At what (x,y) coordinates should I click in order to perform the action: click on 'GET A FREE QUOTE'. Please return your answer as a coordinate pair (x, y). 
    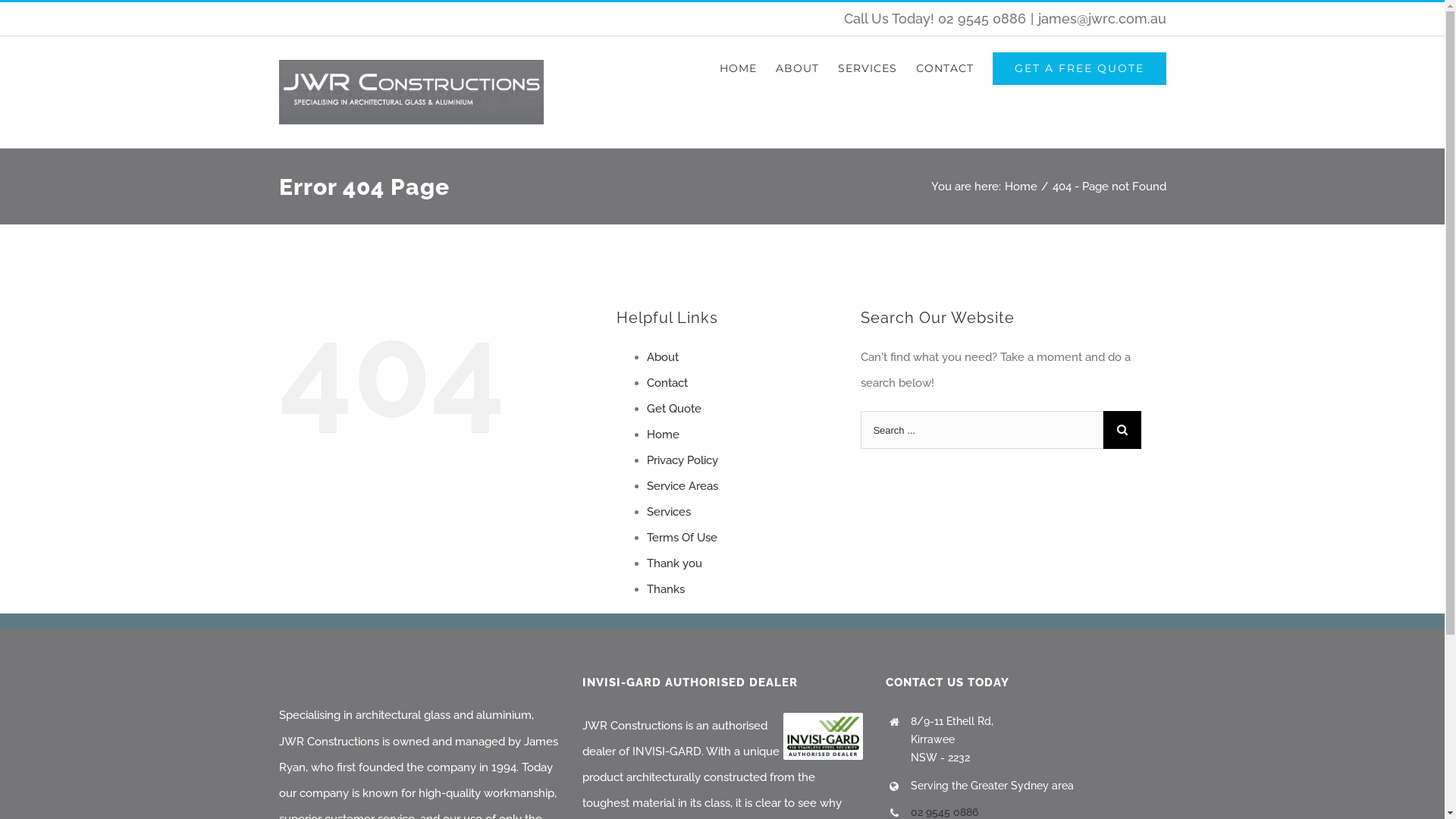
    Looking at the image, I should click on (1078, 67).